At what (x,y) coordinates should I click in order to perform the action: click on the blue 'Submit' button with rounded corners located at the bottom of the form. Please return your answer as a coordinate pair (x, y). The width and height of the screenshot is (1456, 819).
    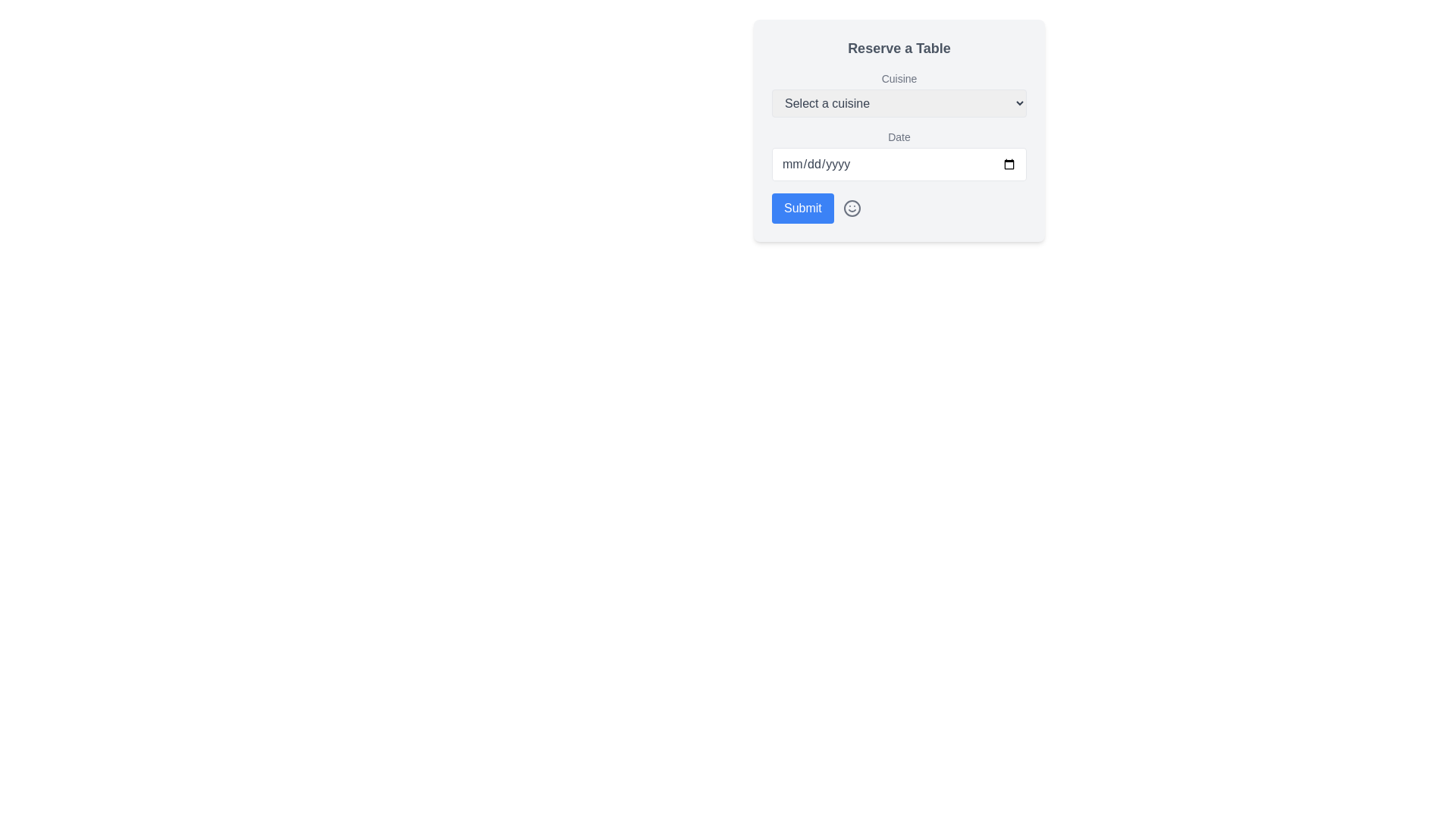
    Looking at the image, I should click on (802, 208).